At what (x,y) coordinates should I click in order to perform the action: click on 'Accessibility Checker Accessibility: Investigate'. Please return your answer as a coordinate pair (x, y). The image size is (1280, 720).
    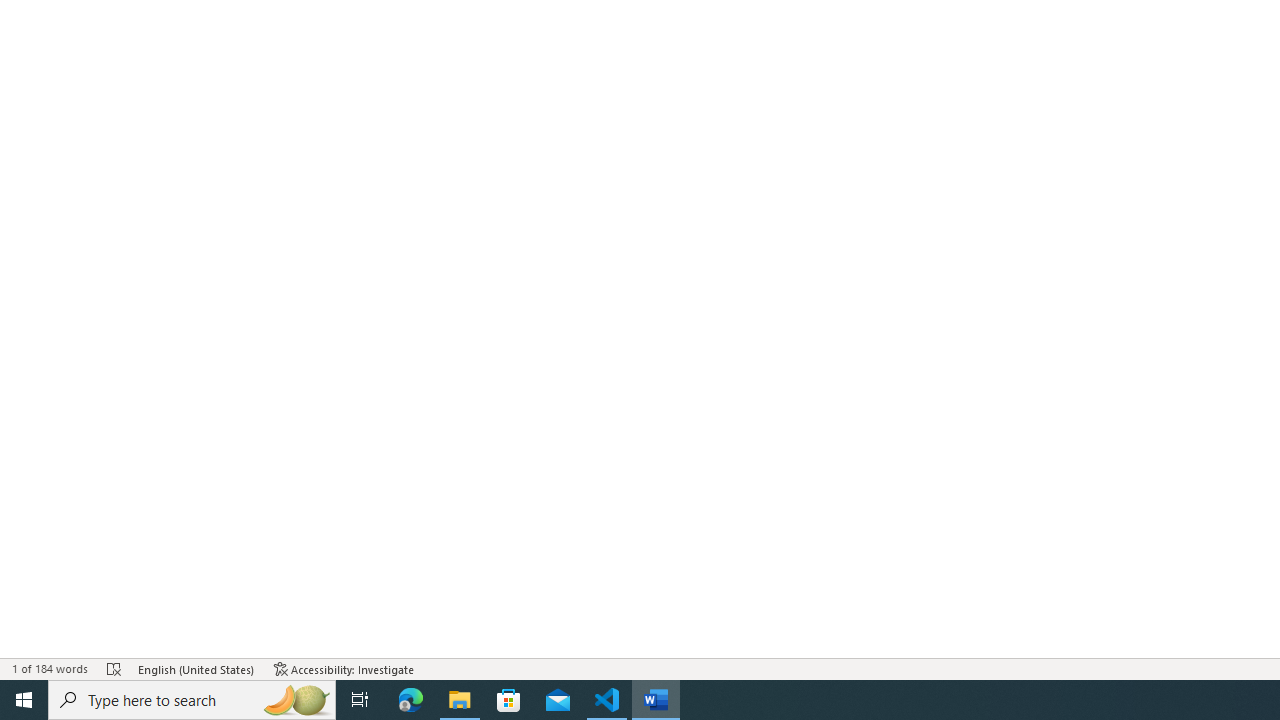
    Looking at the image, I should click on (344, 669).